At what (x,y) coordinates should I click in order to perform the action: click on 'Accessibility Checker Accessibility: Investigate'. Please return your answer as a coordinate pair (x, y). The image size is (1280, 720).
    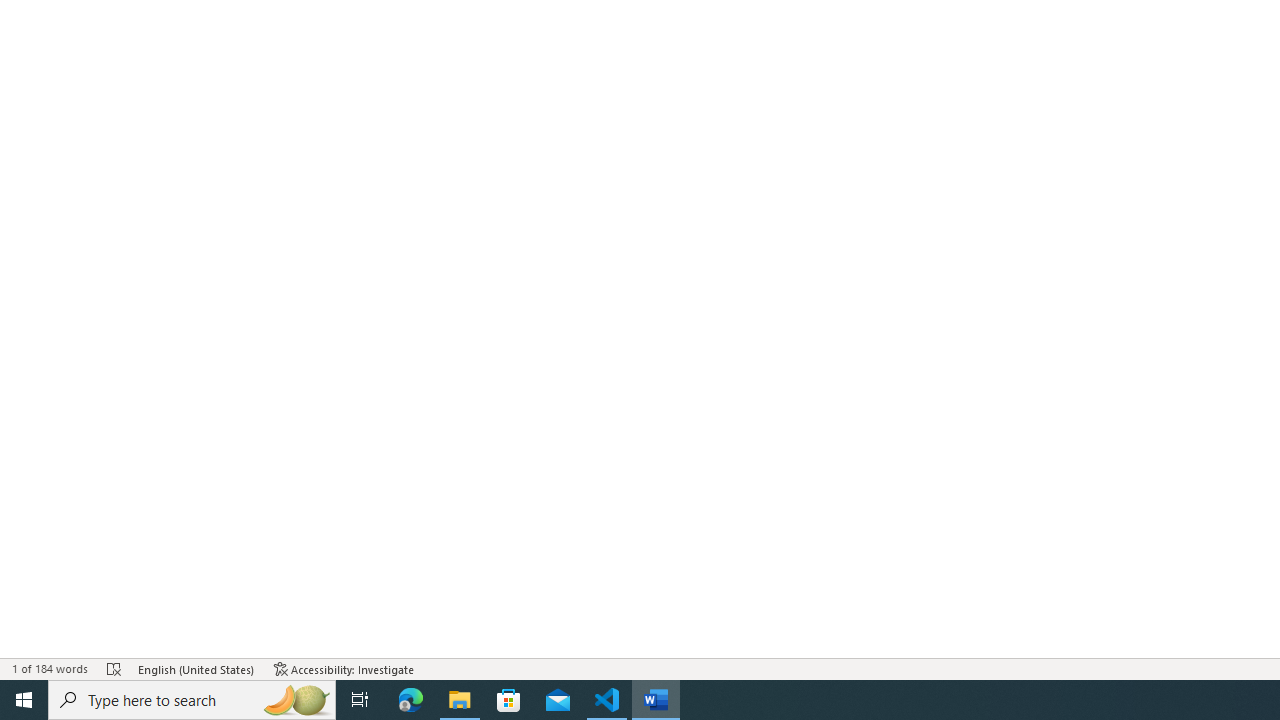
    Looking at the image, I should click on (344, 669).